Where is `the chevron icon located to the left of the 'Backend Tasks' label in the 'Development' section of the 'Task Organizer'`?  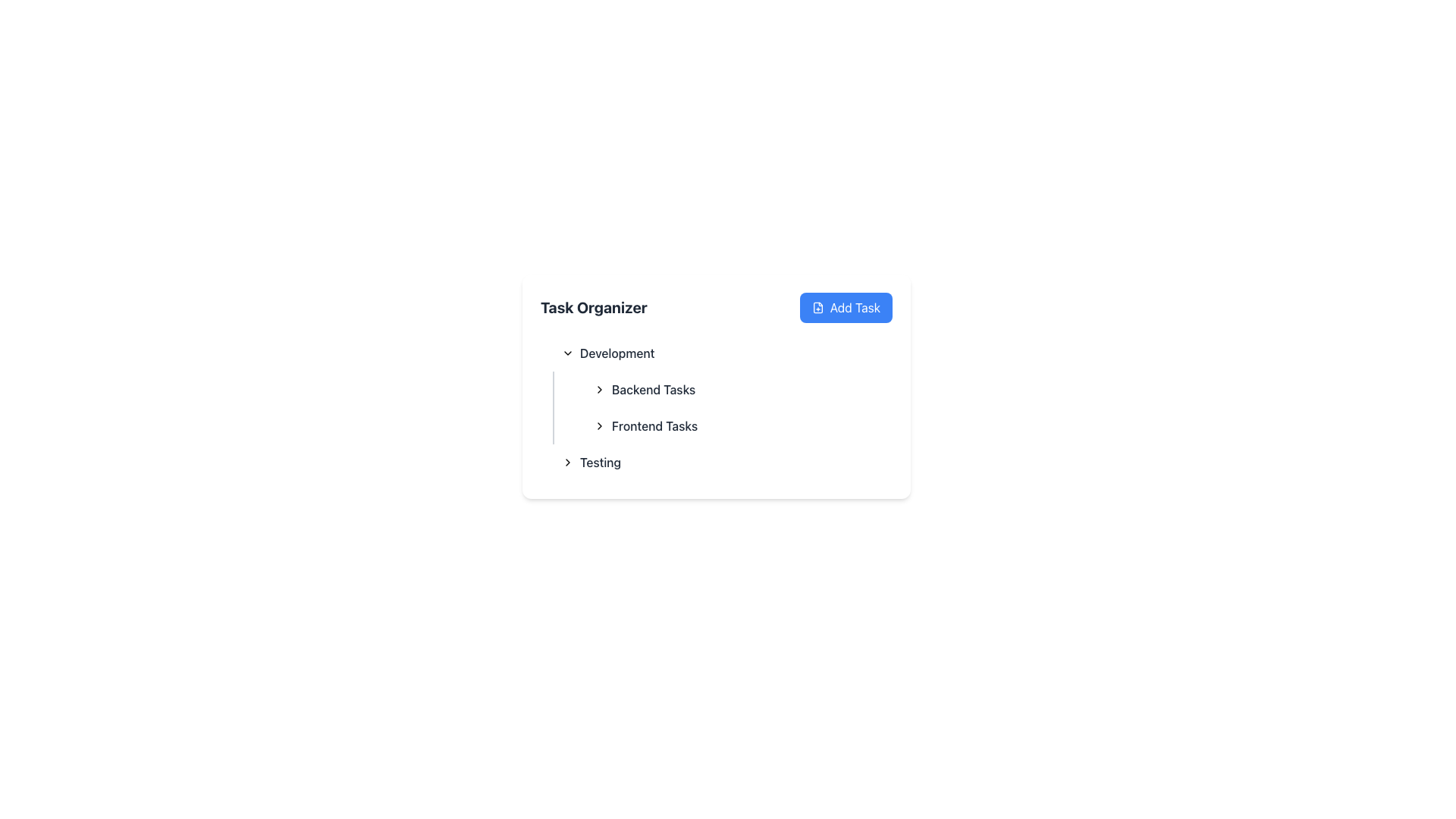
the chevron icon located to the left of the 'Backend Tasks' label in the 'Development' section of the 'Task Organizer' is located at coordinates (599, 388).